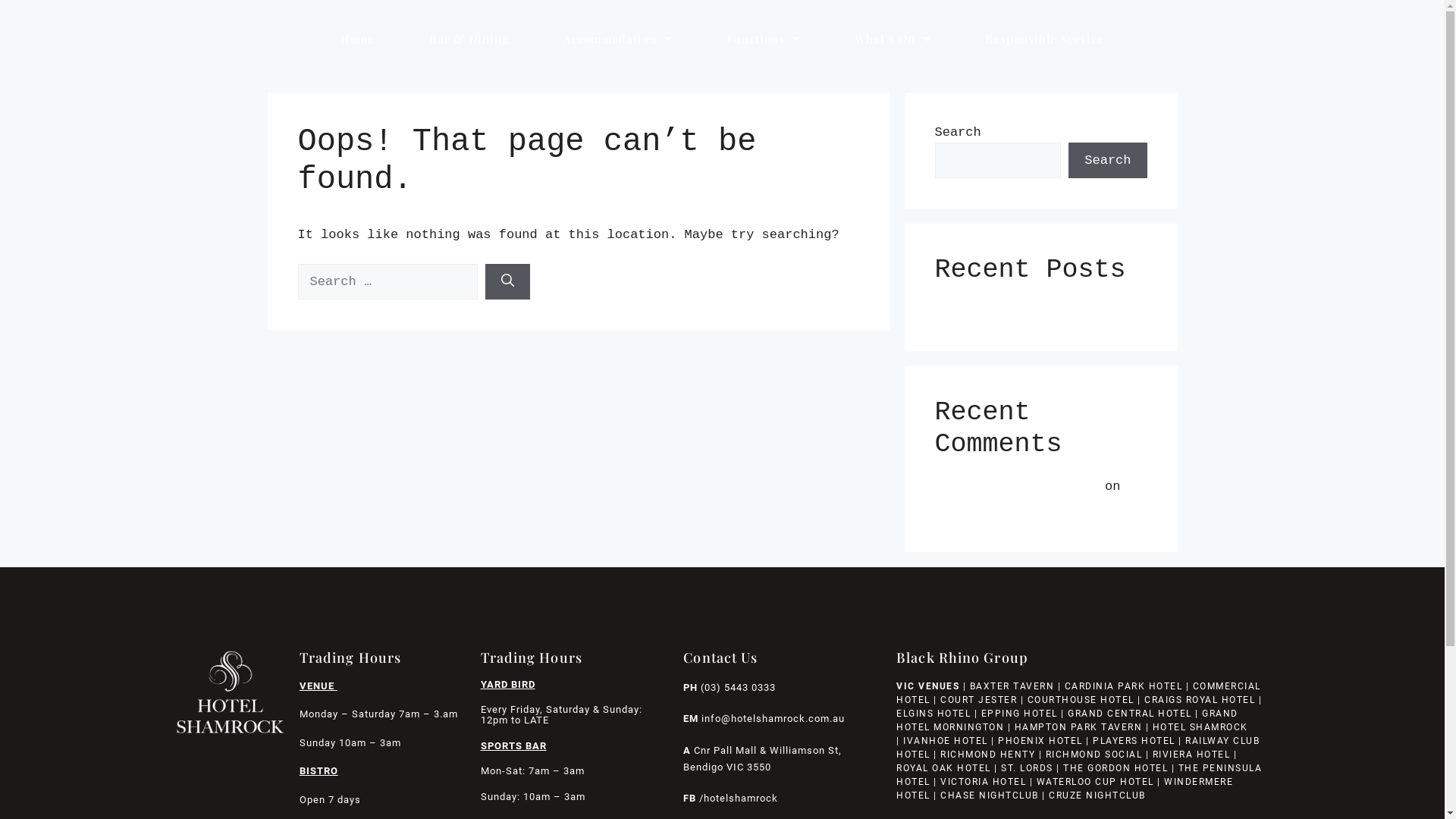 The height and width of the screenshot is (819, 1456). Describe the element at coordinates (945, 739) in the screenshot. I see `'IVANHOE HOTEL'` at that location.